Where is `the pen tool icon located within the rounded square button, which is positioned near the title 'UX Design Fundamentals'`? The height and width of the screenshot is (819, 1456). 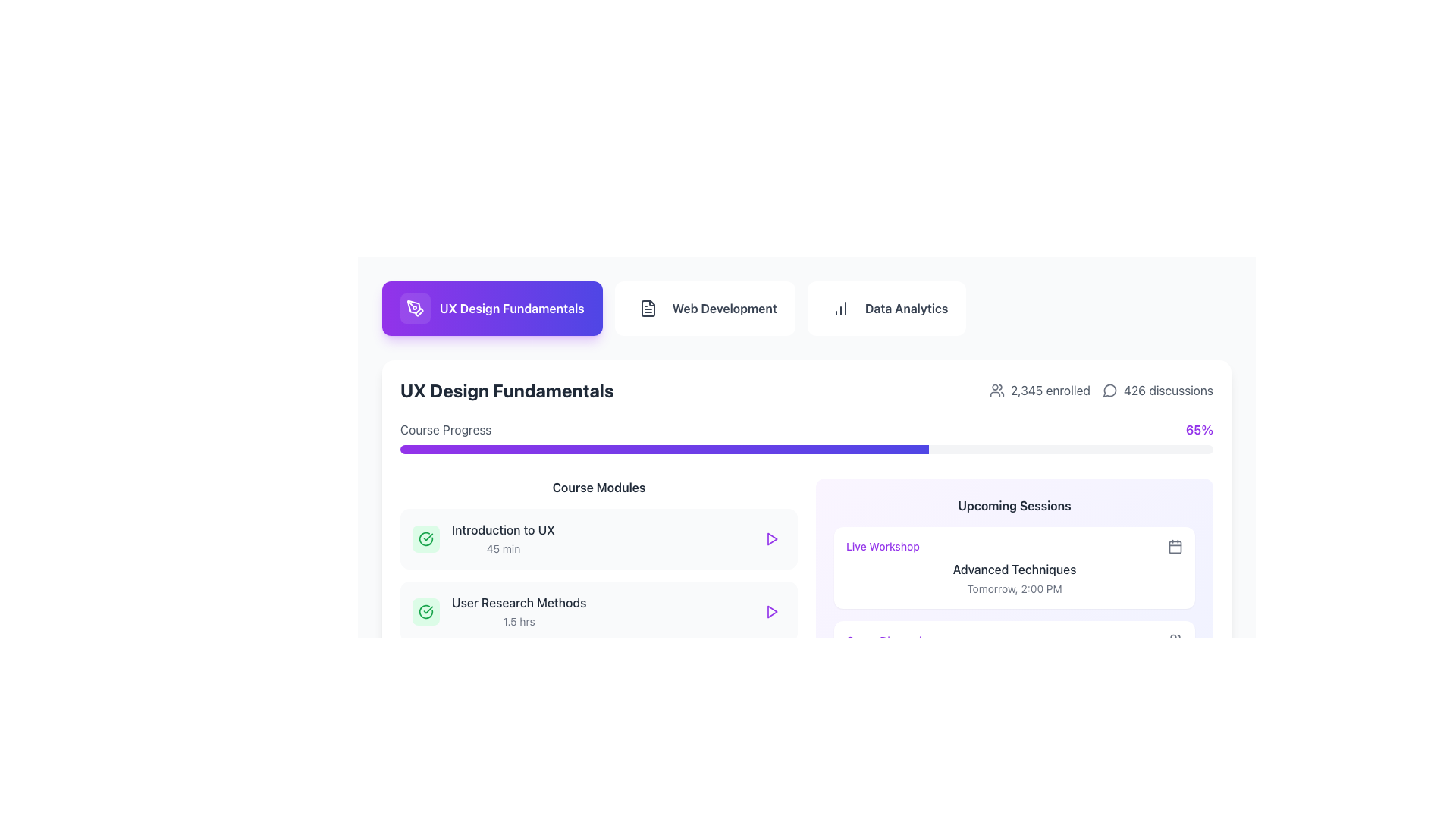
the pen tool icon located within the rounded square button, which is positioned near the title 'UX Design Fundamentals' is located at coordinates (415, 308).